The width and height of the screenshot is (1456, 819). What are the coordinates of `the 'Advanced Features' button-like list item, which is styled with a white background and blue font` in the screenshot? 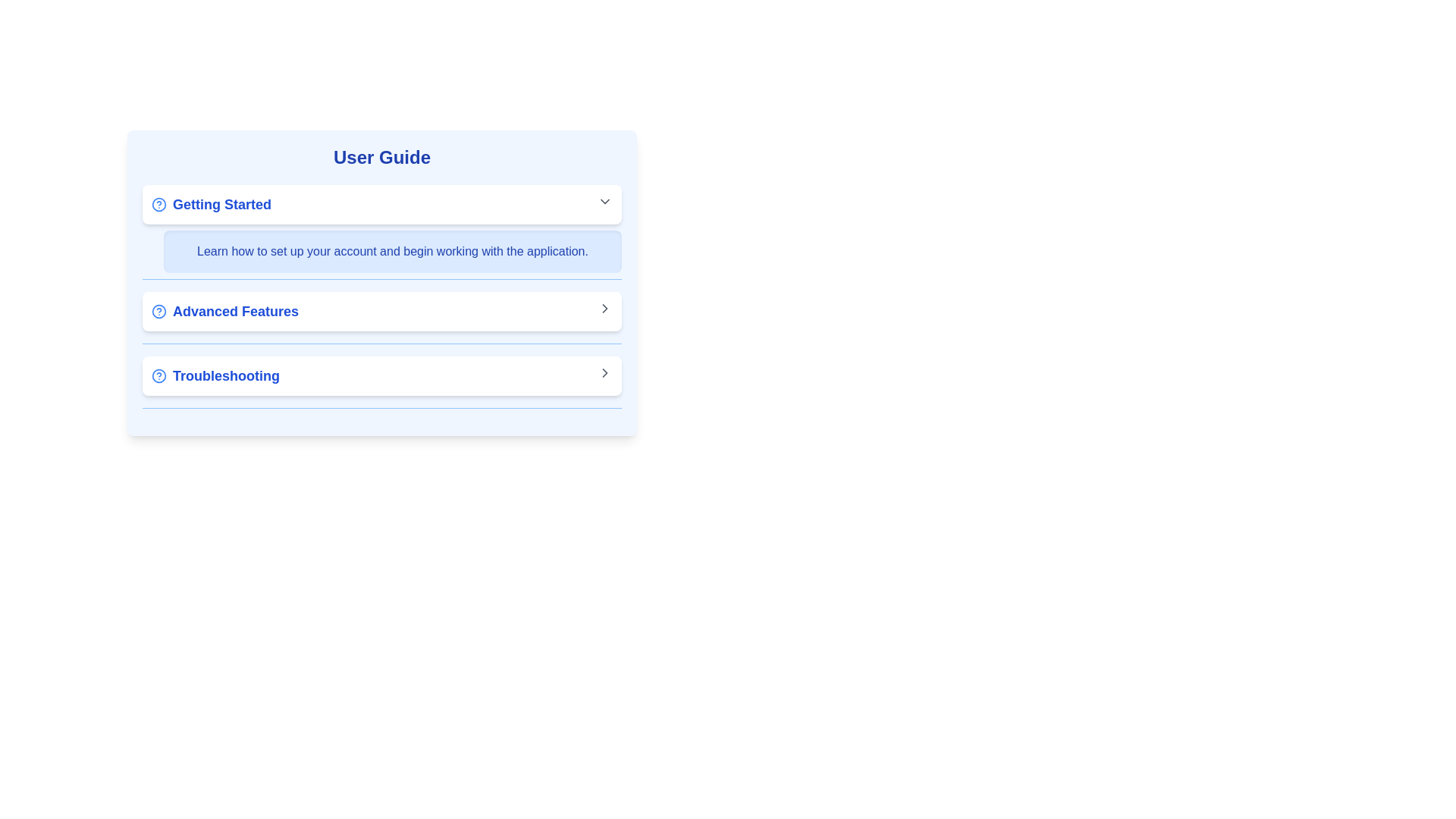 It's located at (382, 317).